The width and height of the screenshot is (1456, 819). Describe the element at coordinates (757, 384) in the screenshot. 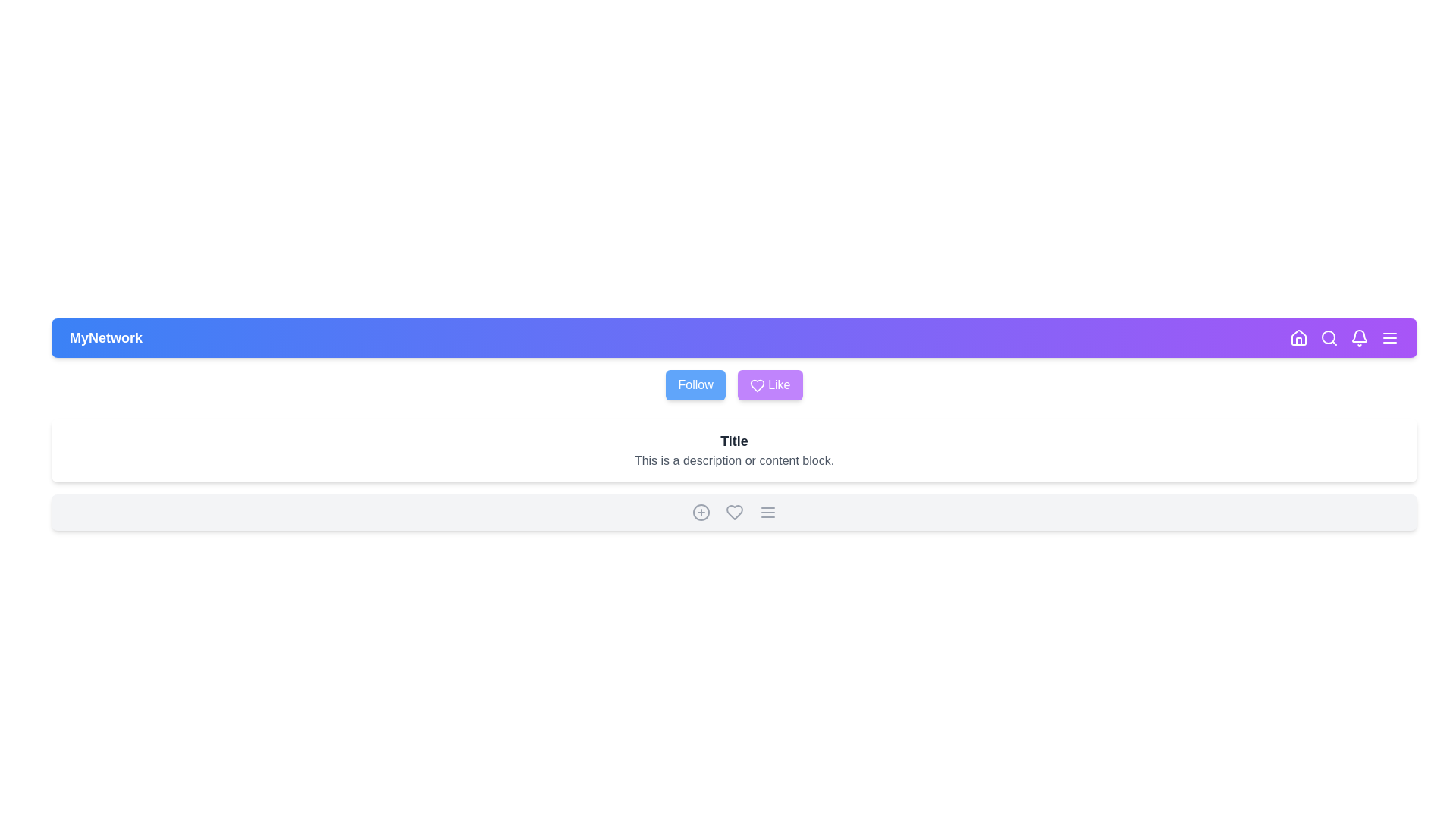

I see `the heart icon within the 'Like' button` at that location.